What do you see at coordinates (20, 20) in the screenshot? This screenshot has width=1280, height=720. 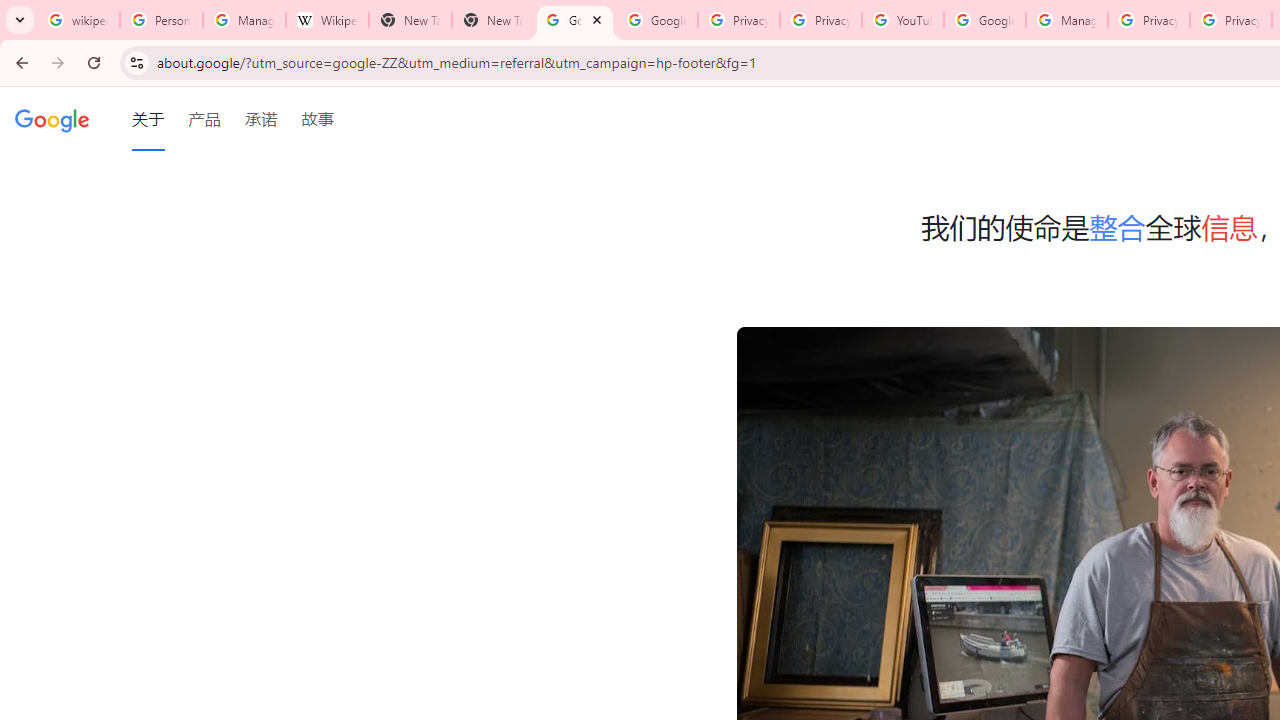 I see `'Search tabs'` at bounding box center [20, 20].